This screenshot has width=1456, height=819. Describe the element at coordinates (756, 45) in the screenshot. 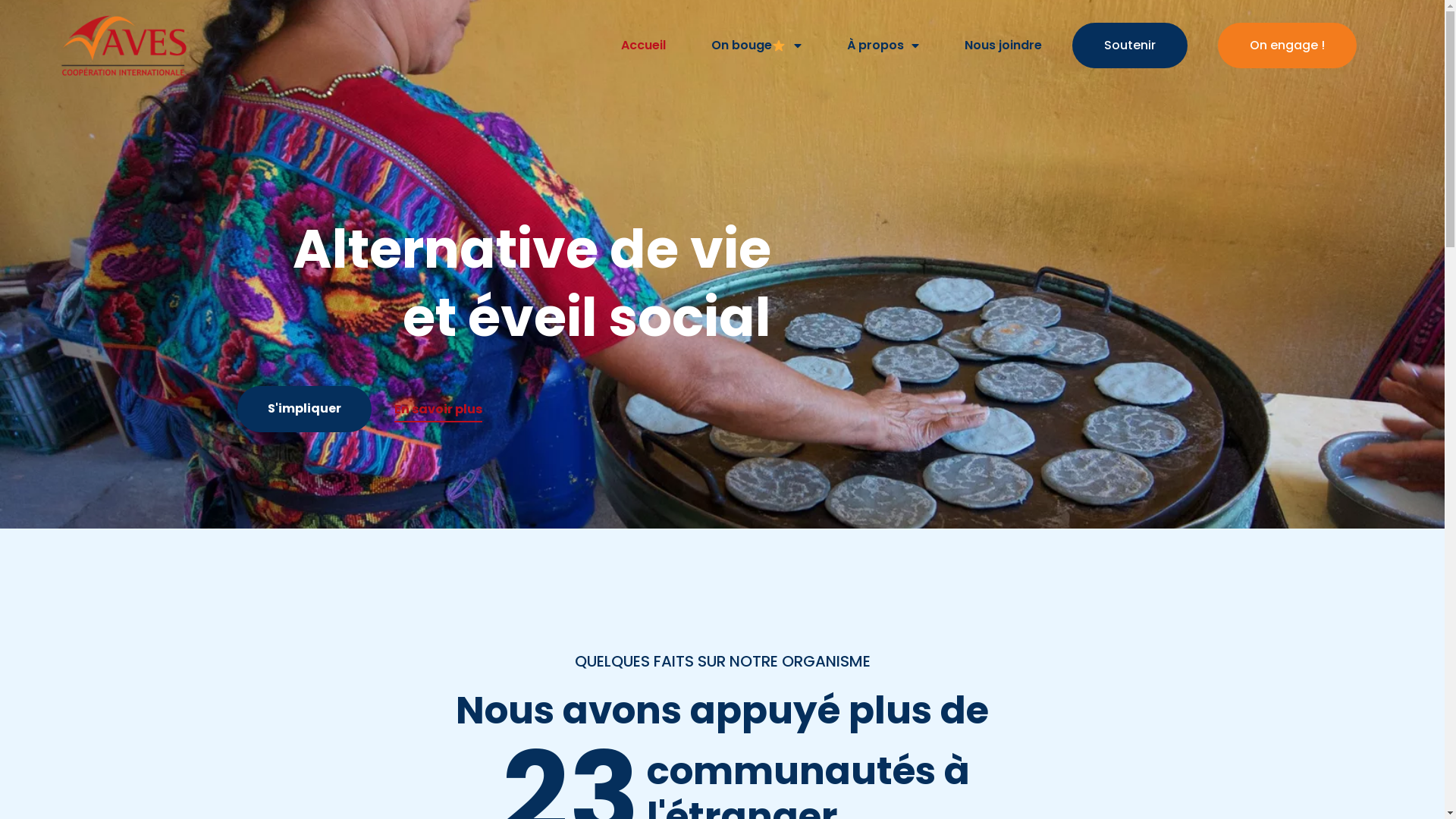

I see `'On bouge'` at that location.